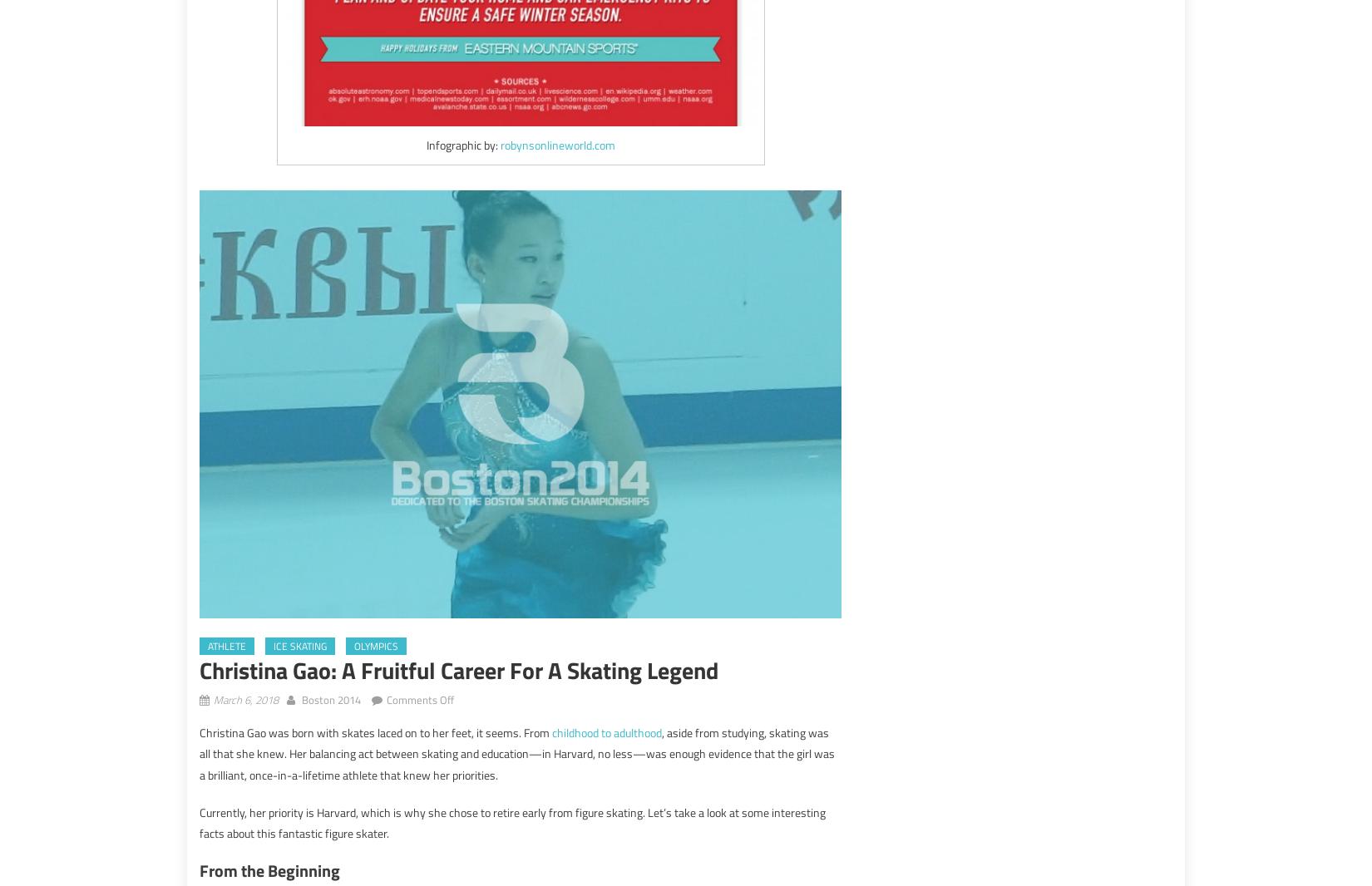 The height and width of the screenshot is (886, 1372). I want to click on 'Boston 2014', so click(302, 698).